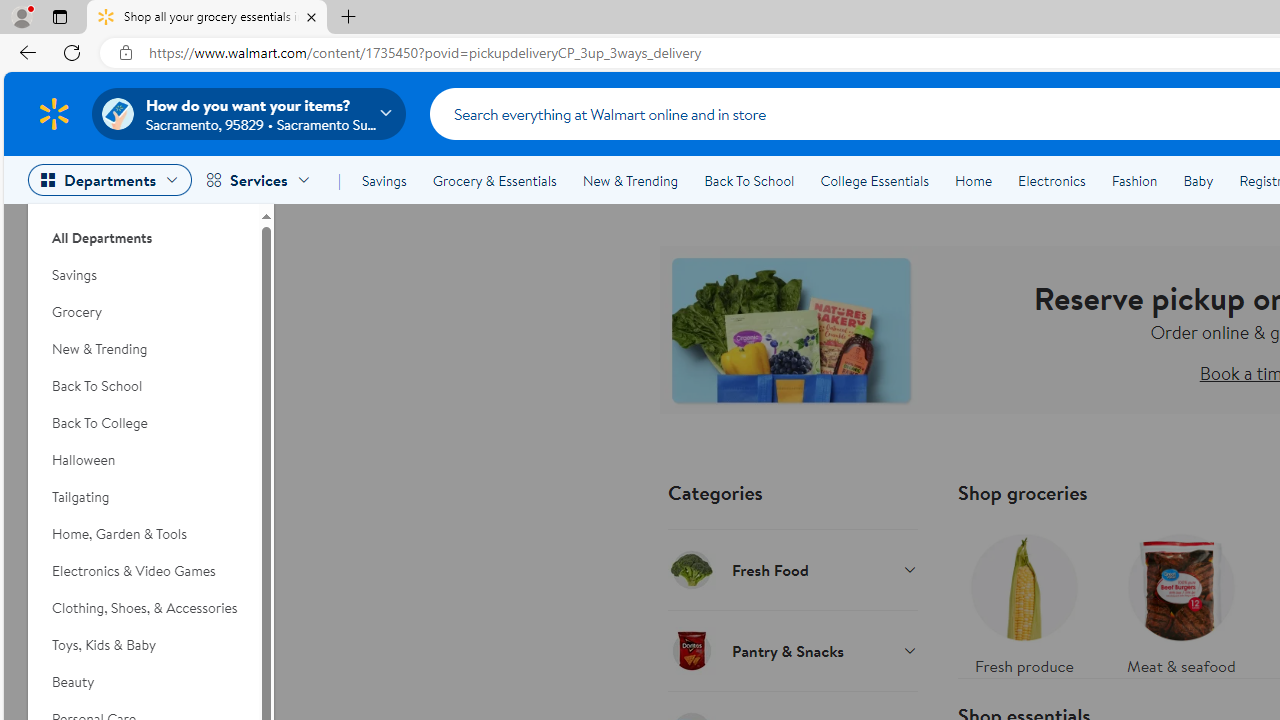 The height and width of the screenshot is (720, 1280). Describe the element at coordinates (1134, 181) in the screenshot. I see `'Fashion'` at that location.